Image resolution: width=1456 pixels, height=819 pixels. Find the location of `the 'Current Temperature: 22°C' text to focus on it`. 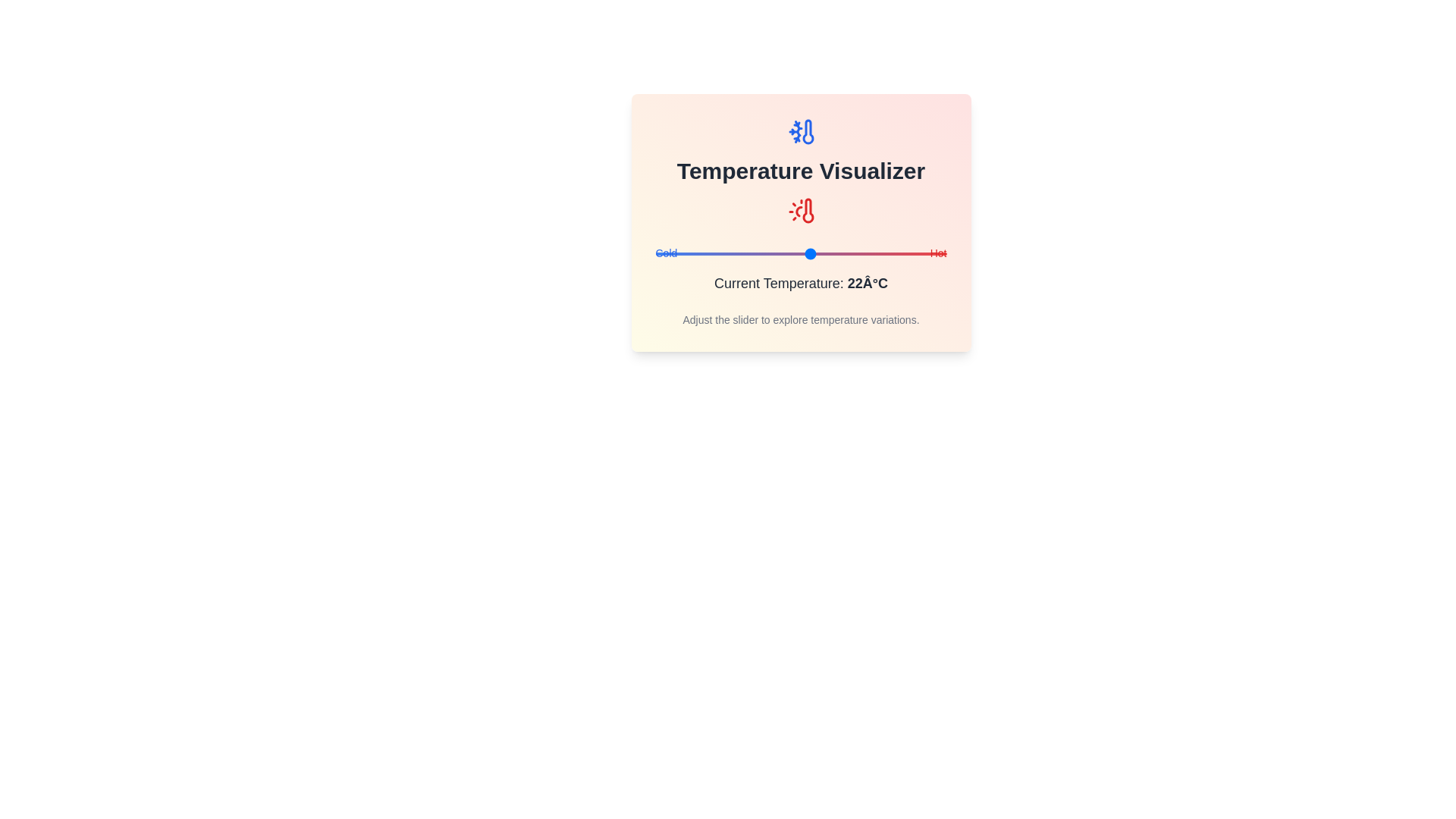

the 'Current Temperature: 22°C' text to focus on it is located at coordinates (800, 284).